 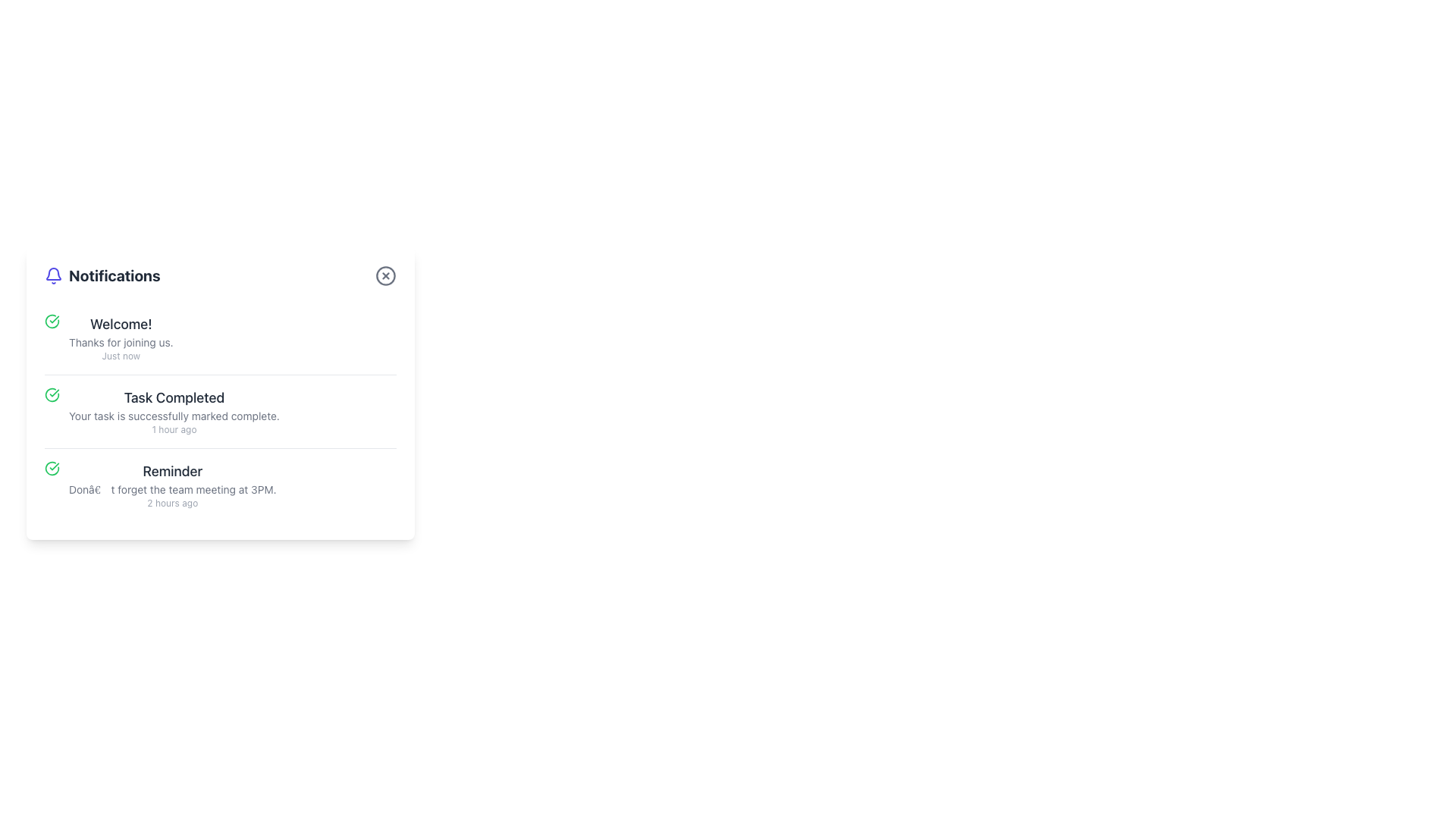 I want to click on the success icon located in the notification section next to the text 'Welcome!', so click(x=52, y=321).